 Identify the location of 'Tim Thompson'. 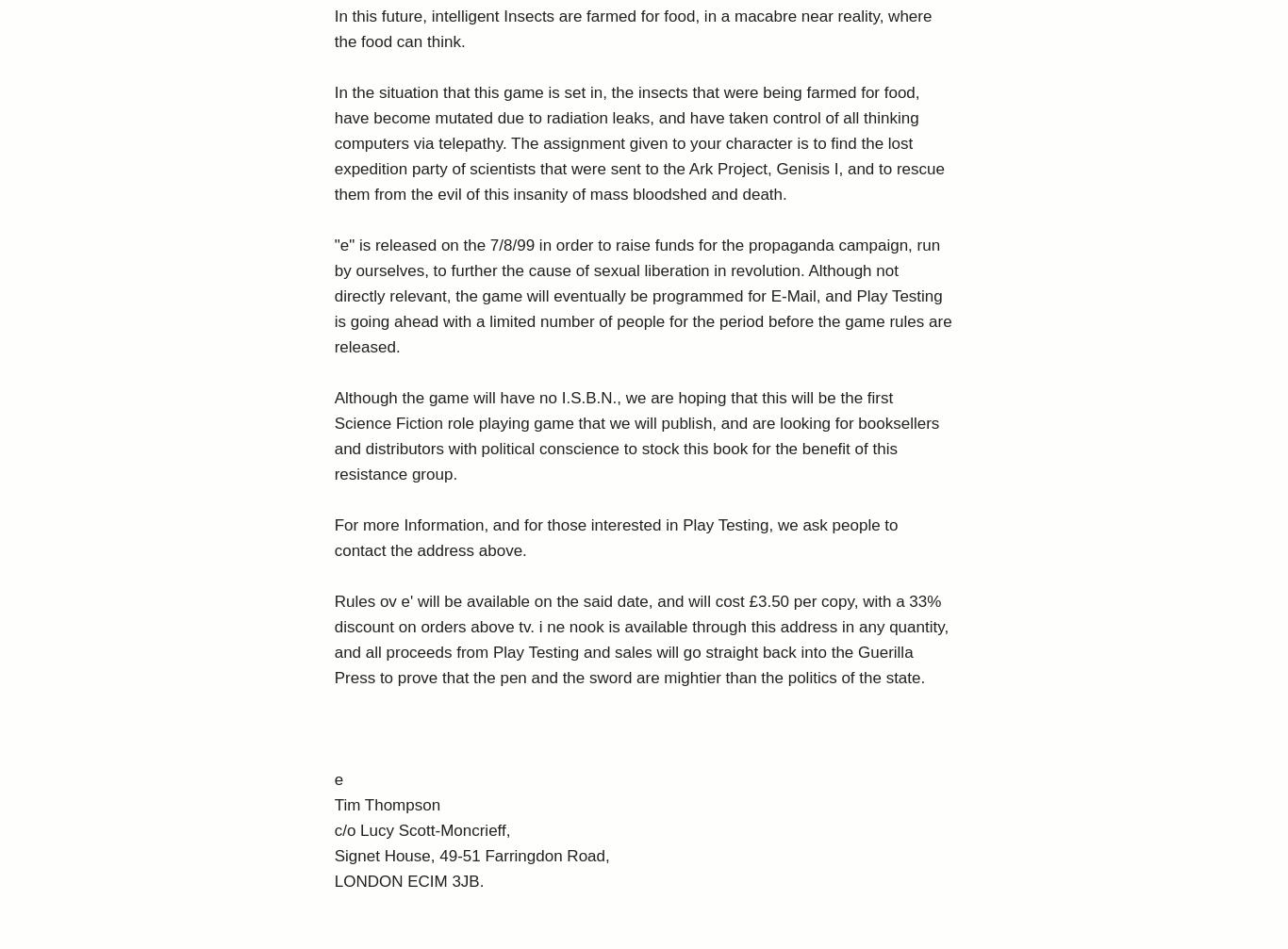
(386, 804).